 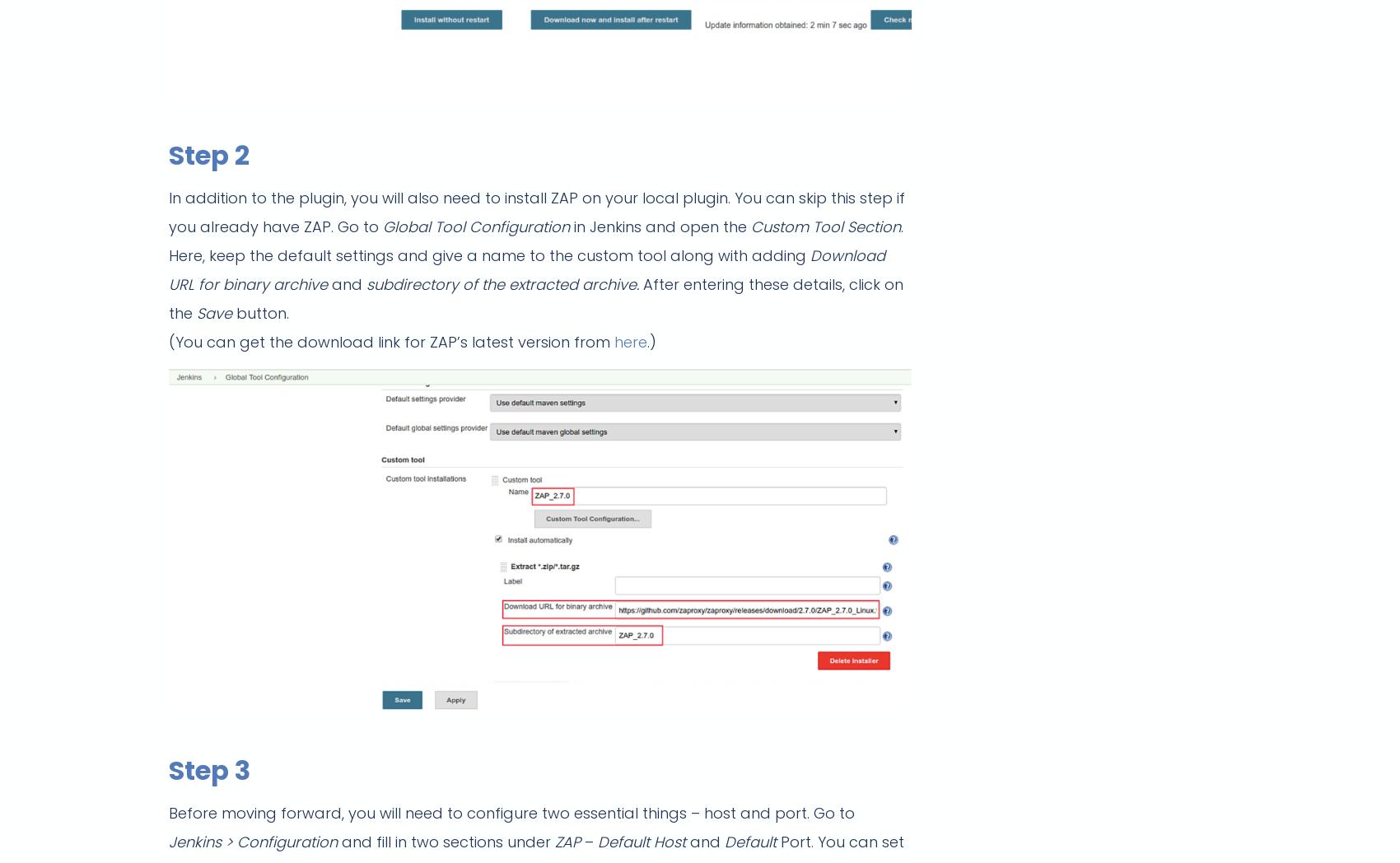 I want to click on '(You can get the download link for ZAP’s latest version from', so click(x=168, y=342).